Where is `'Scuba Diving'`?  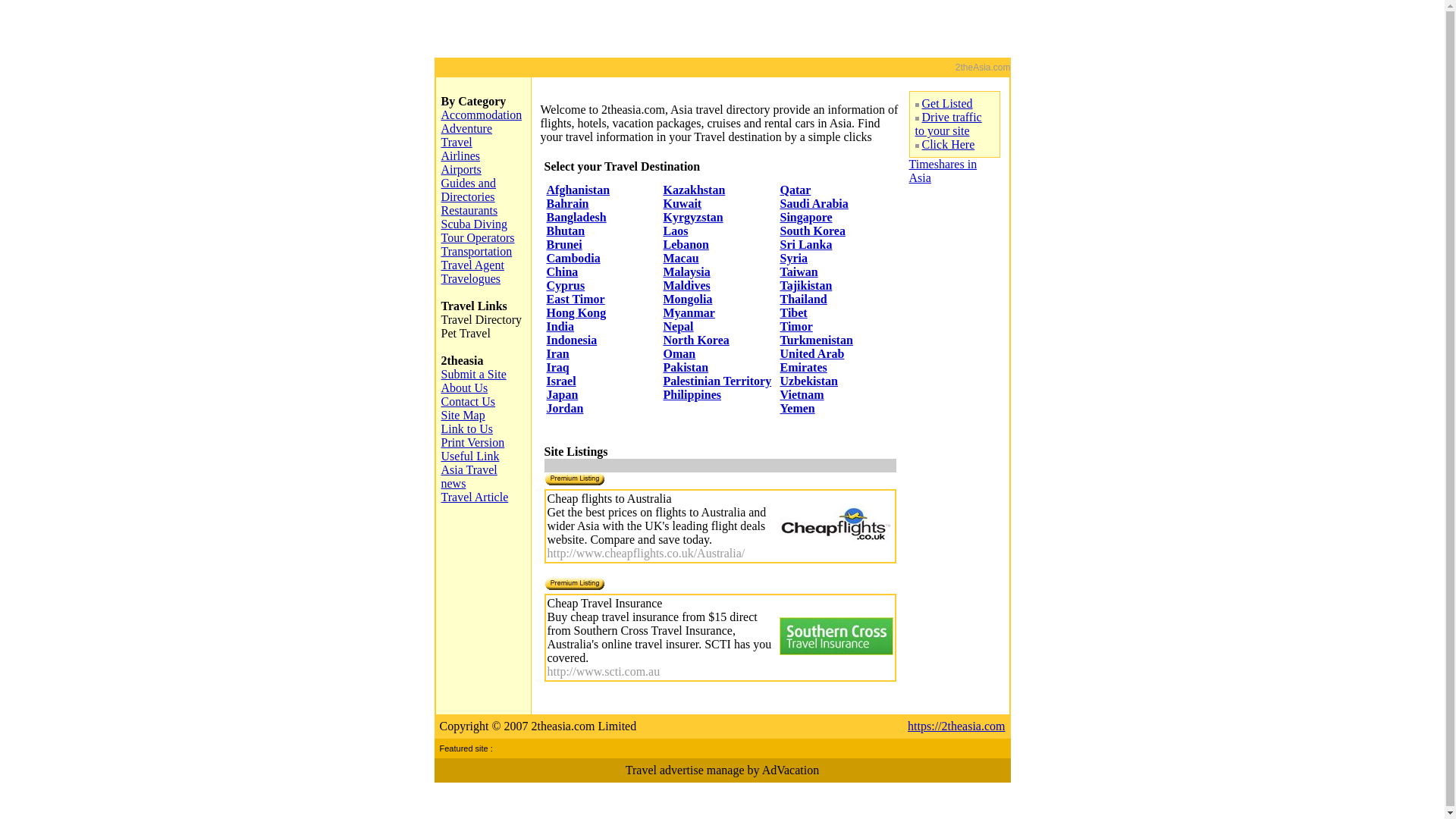
'Scuba Diving' is located at coordinates (473, 224).